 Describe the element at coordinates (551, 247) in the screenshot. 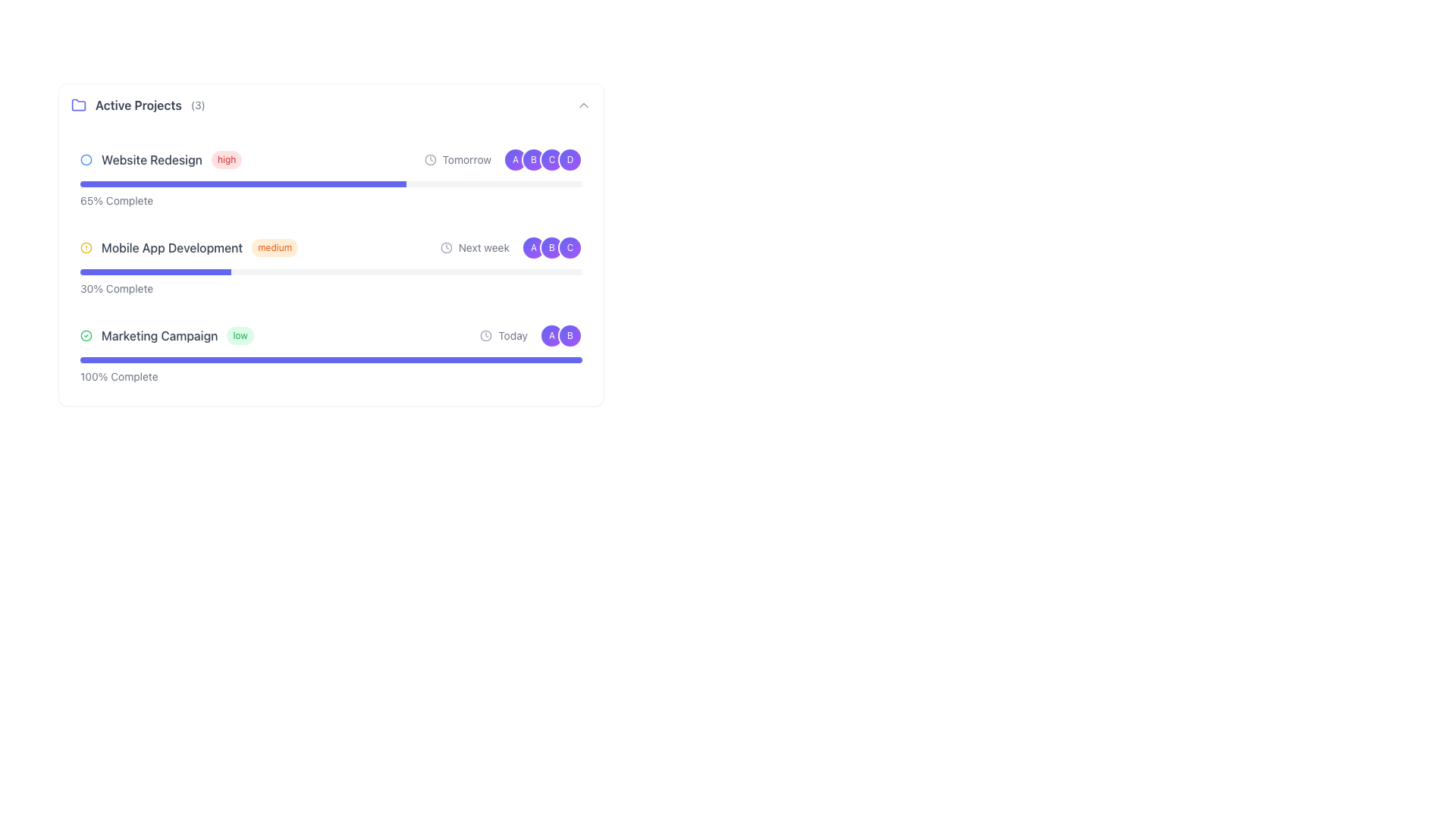

I see `an individual avatar indicator badge representing a team member for the 'Mobile App Development' project` at that location.